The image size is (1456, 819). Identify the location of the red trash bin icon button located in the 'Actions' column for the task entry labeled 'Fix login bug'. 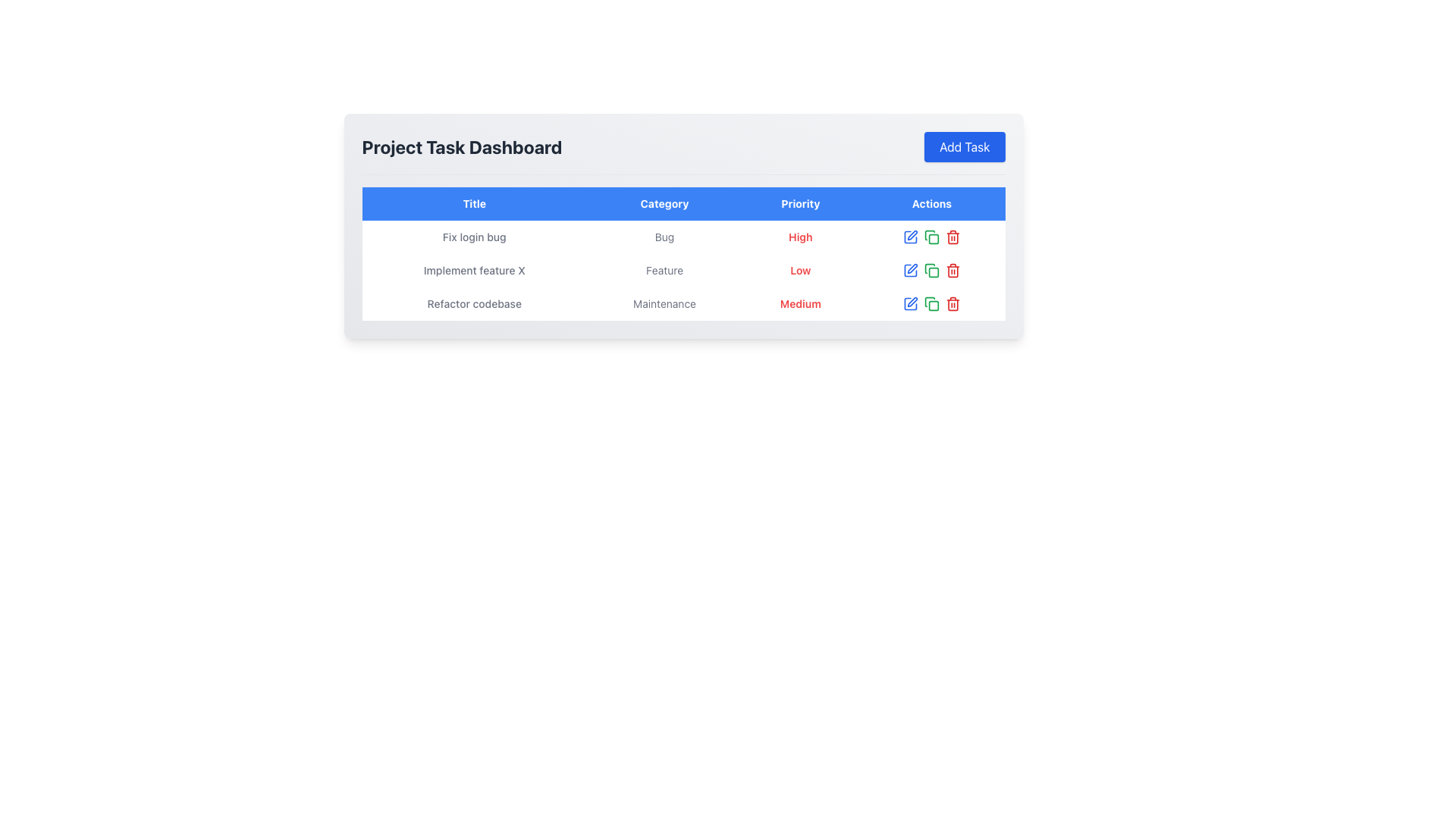
(952, 237).